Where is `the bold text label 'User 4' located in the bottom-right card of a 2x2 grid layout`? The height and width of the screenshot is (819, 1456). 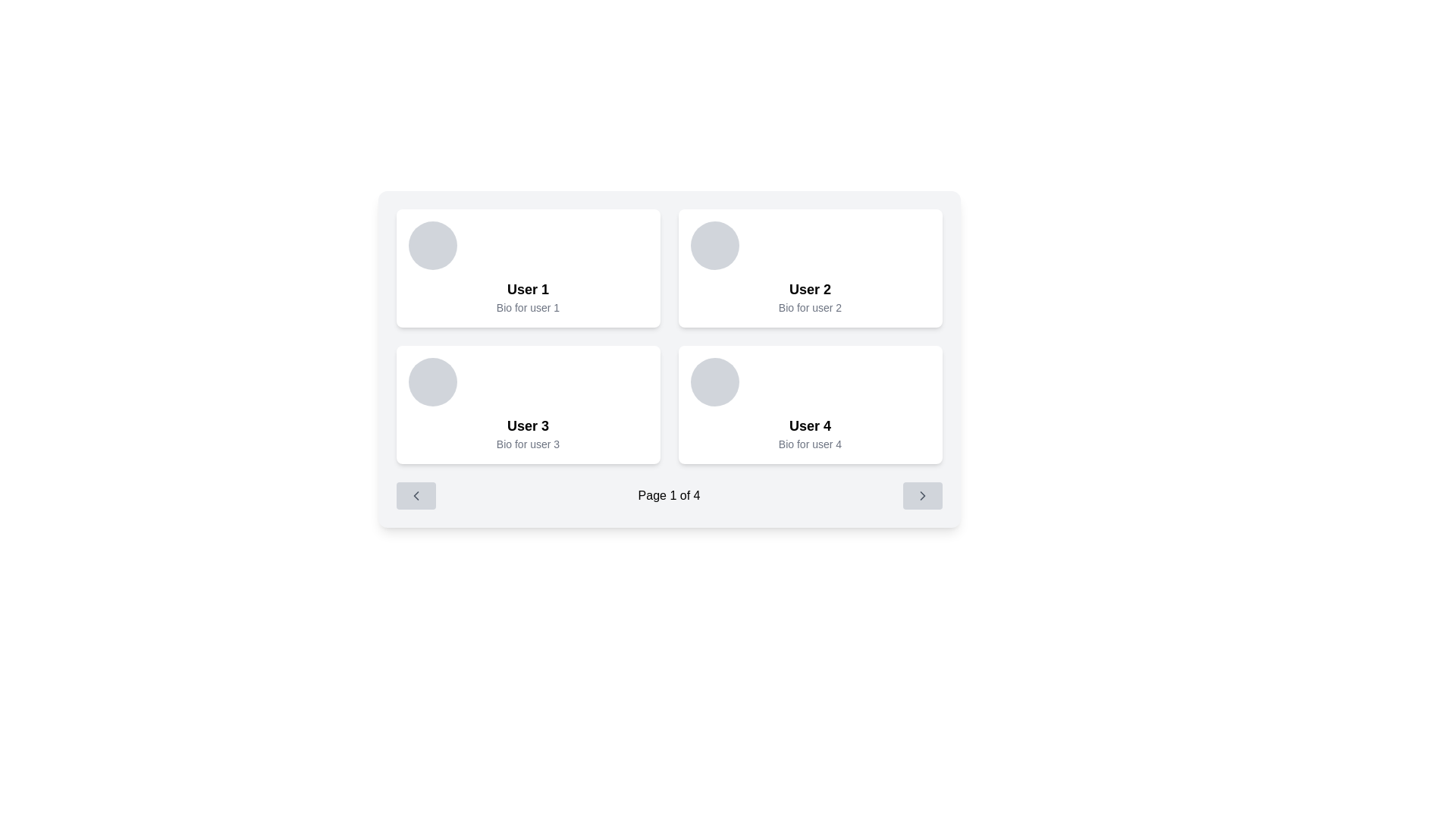
the bold text label 'User 4' located in the bottom-right card of a 2x2 grid layout is located at coordinates (809, 426).